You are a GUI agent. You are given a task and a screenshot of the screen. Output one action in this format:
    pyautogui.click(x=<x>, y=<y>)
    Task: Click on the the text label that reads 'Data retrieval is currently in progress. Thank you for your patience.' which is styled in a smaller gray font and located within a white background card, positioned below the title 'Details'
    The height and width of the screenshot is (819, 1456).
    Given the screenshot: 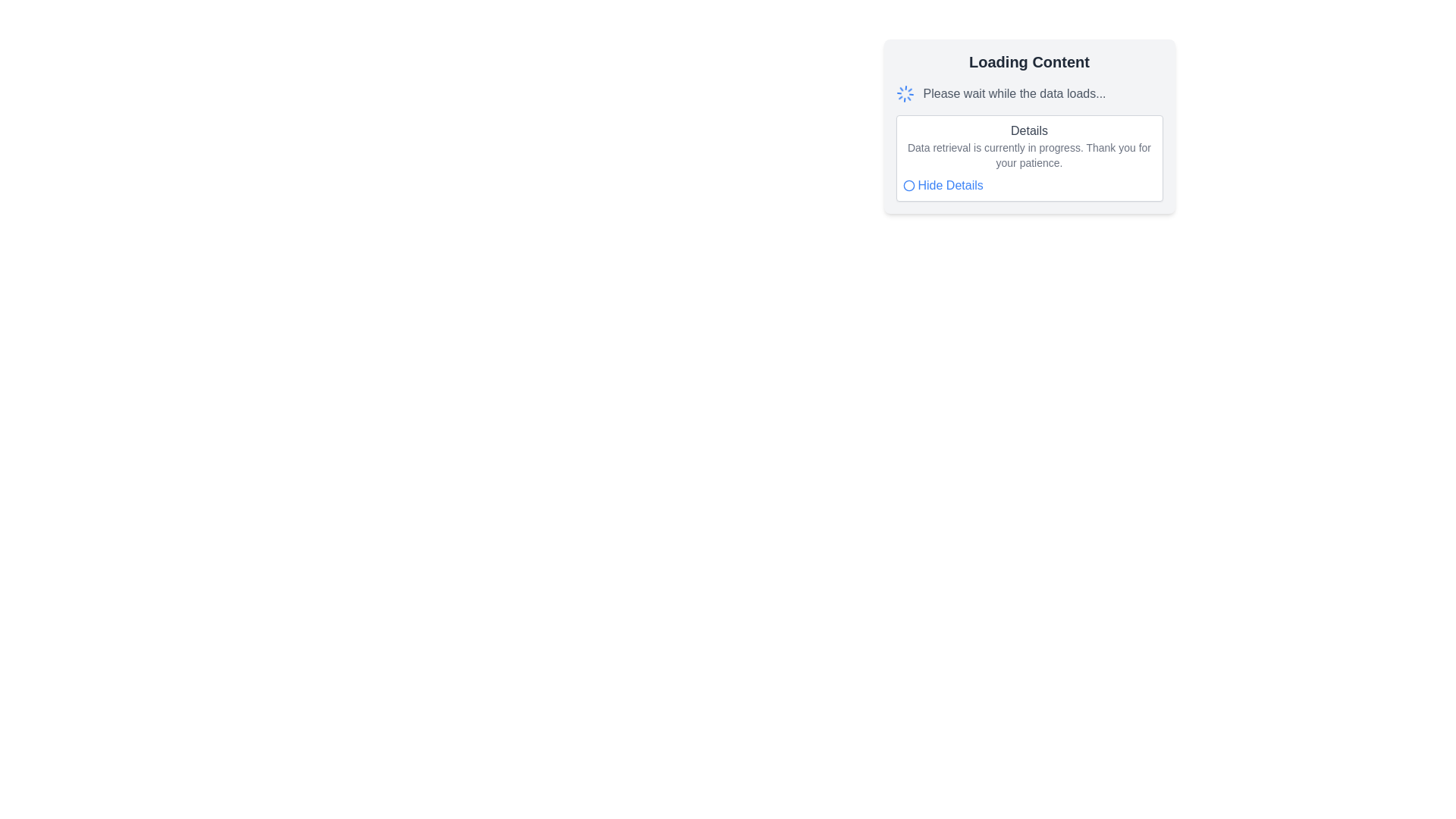 What is the action you would take?
    pyautogui.click(x=1029, y=155)
    